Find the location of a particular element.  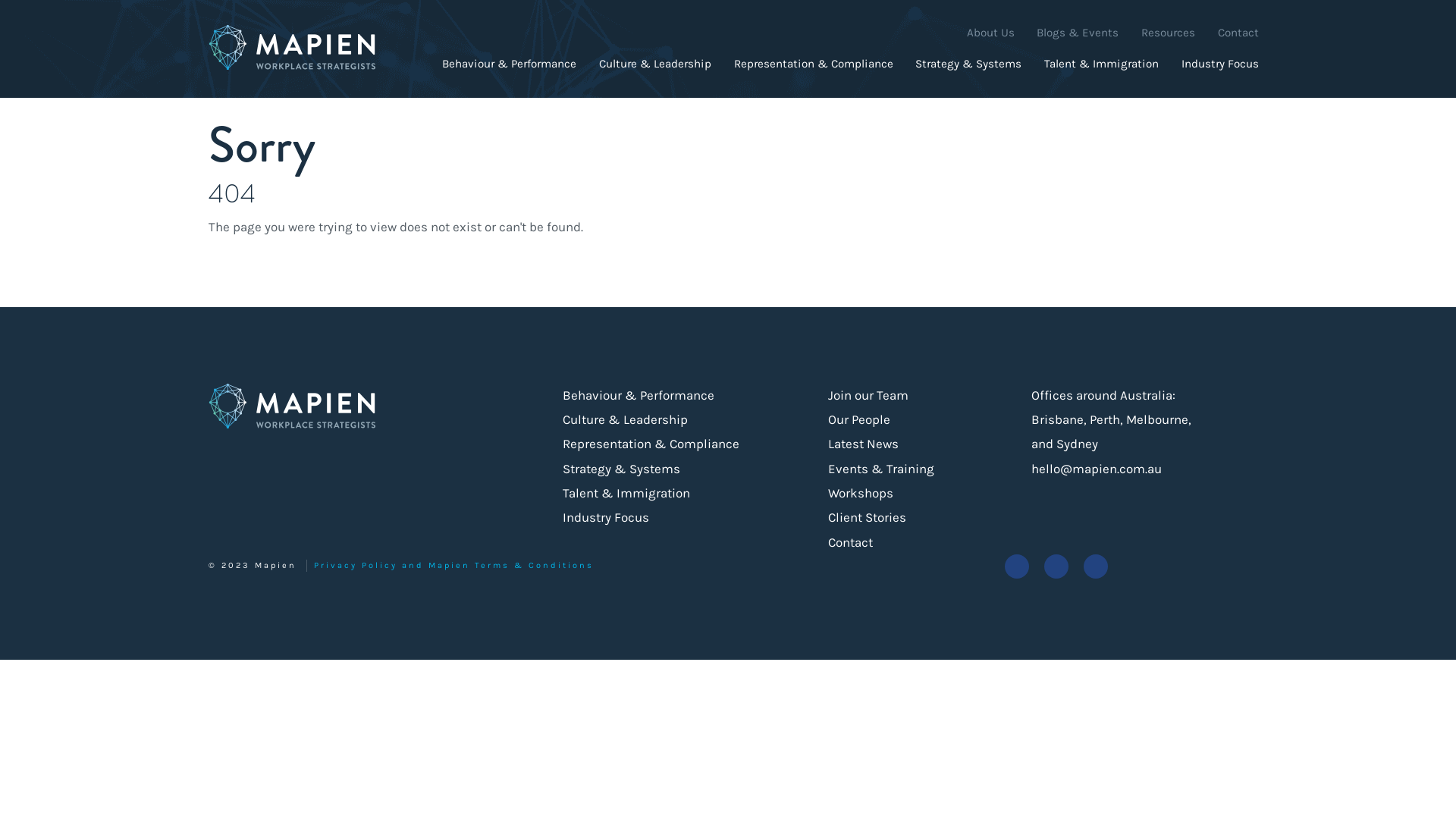

'Talent & Immigration' is located at coordinates (626, 493).